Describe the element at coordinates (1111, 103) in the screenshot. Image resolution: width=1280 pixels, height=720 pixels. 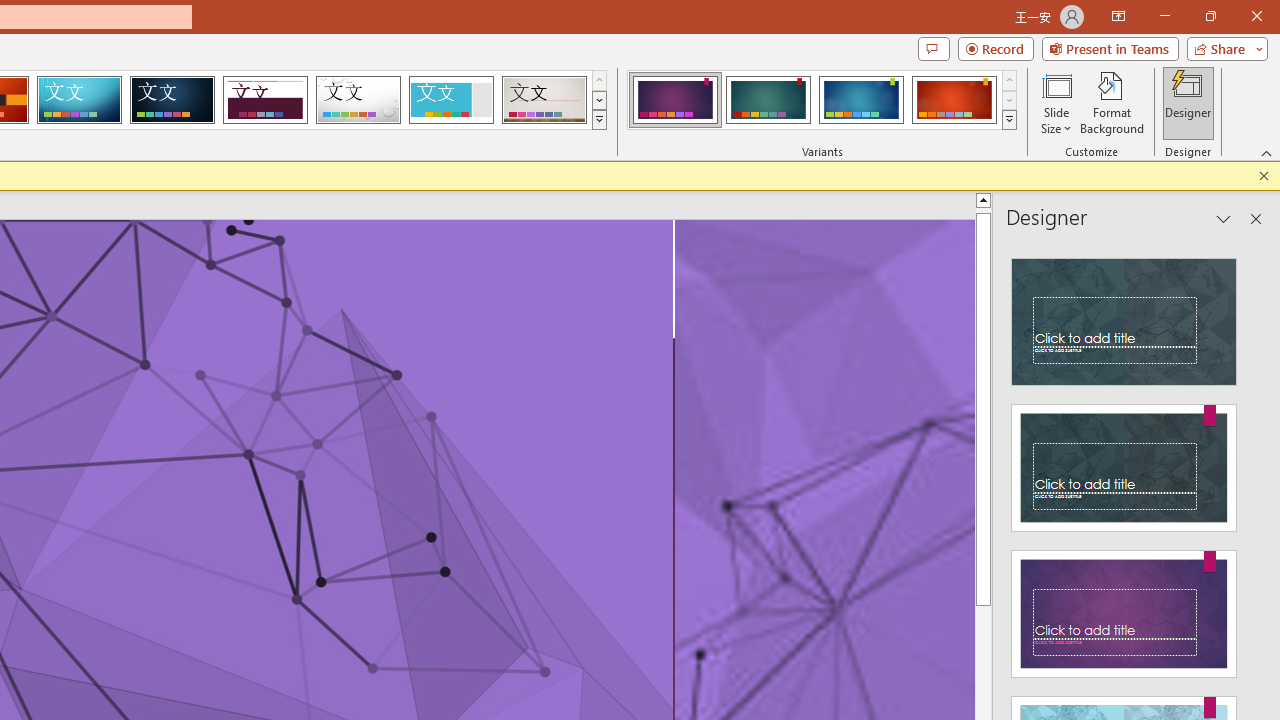
I see `'Format Background'` at that location.